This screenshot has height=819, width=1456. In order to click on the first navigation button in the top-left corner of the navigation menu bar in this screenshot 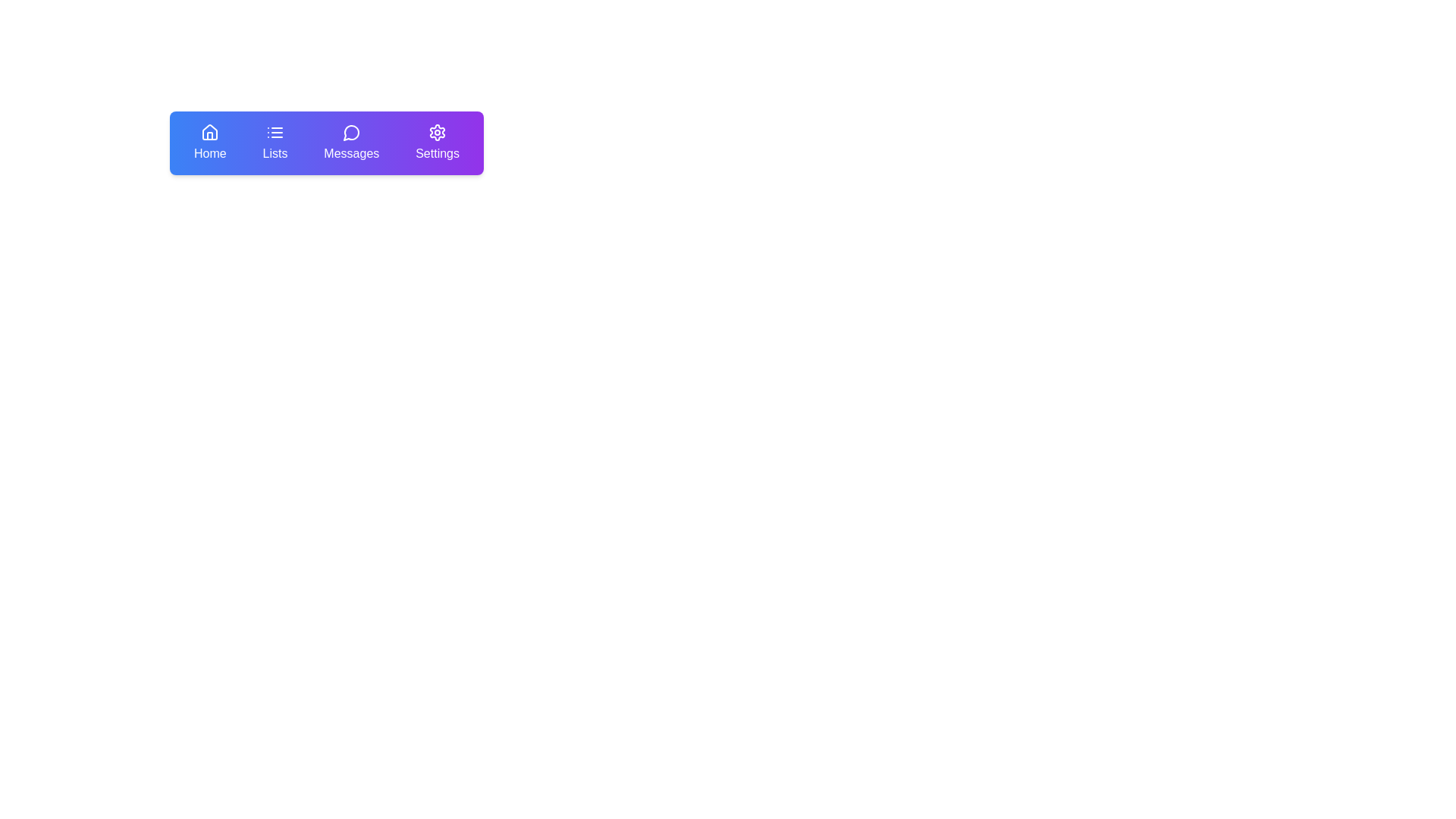, I will do `click(209, 143)`.